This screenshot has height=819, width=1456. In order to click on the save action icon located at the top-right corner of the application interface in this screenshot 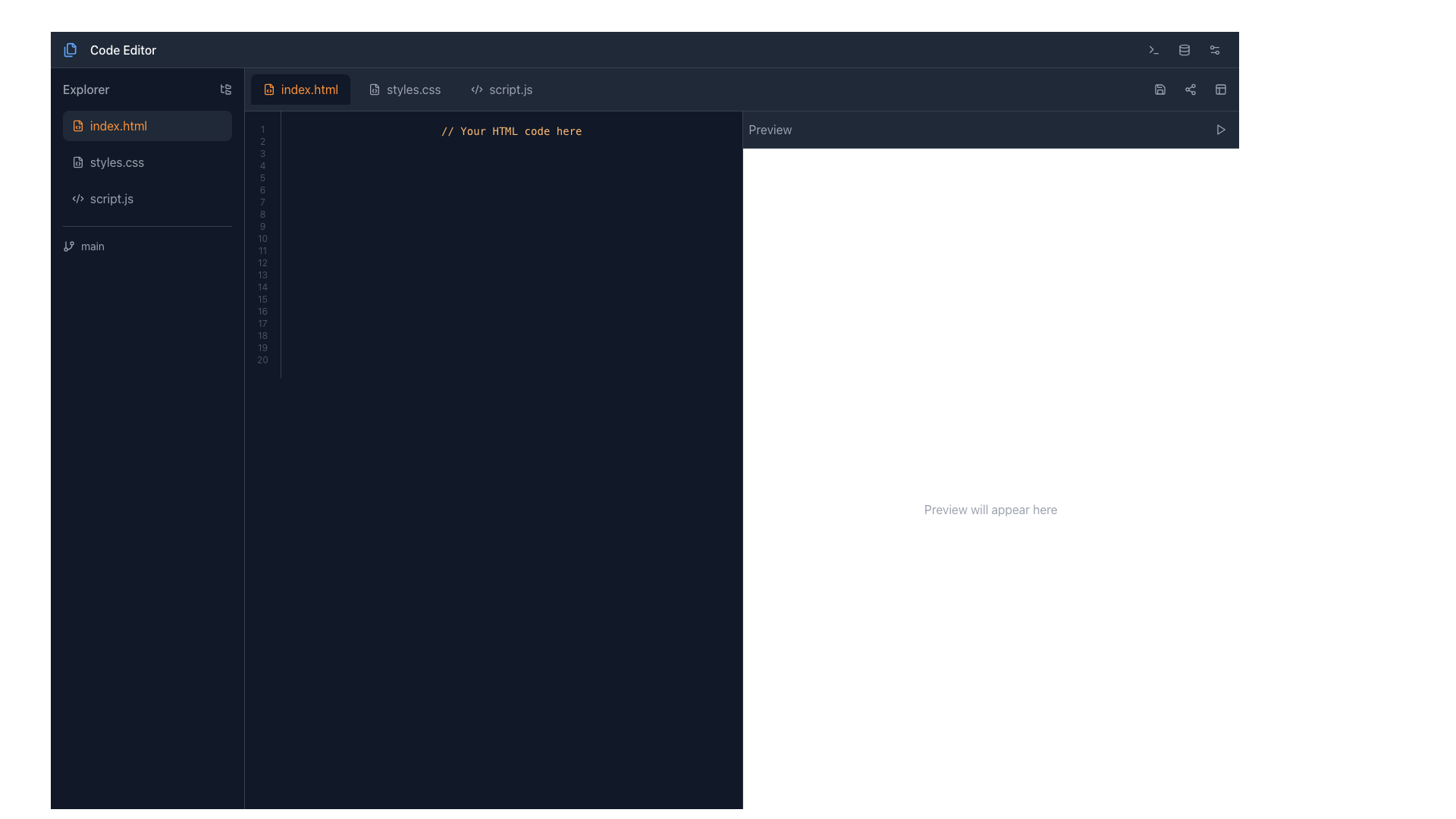, I will do `click(1159, 89)`.